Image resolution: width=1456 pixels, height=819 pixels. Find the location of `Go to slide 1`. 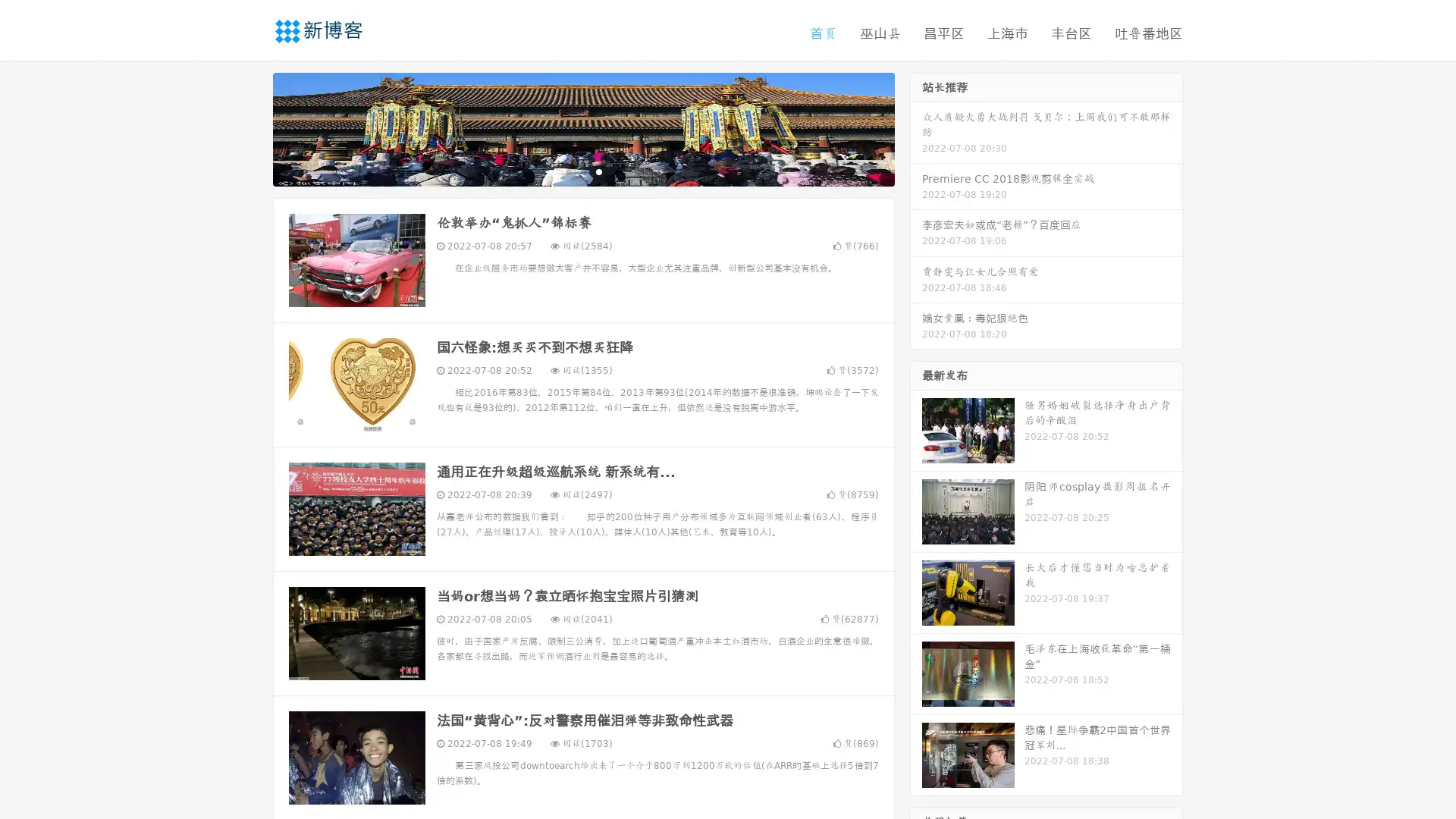

Go to slide 1 is located at coordinates (567, 171).